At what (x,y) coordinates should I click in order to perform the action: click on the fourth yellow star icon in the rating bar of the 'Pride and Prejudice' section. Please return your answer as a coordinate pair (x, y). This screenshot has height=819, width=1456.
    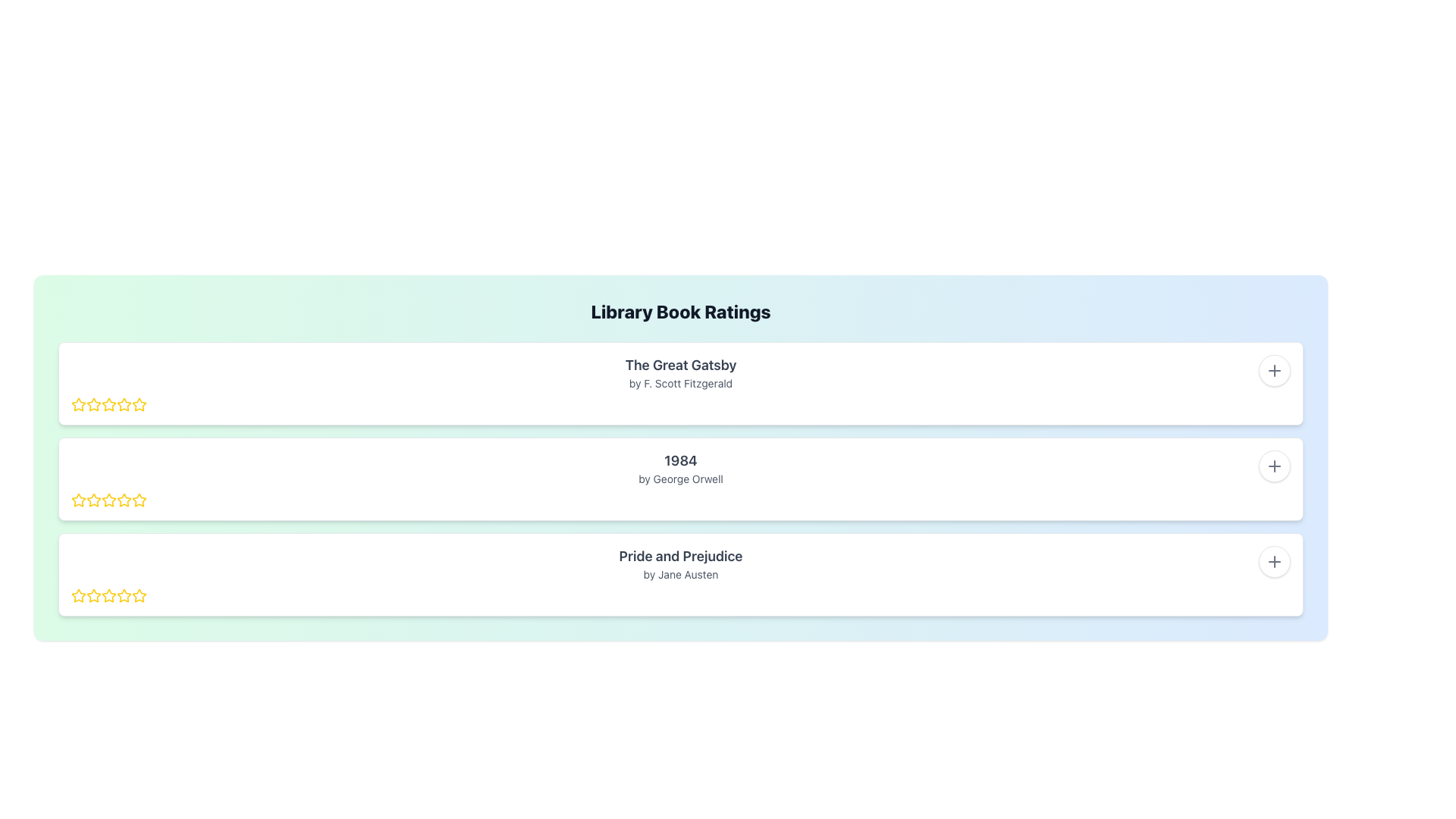
    Looking at the image, I should click on (108, 595).